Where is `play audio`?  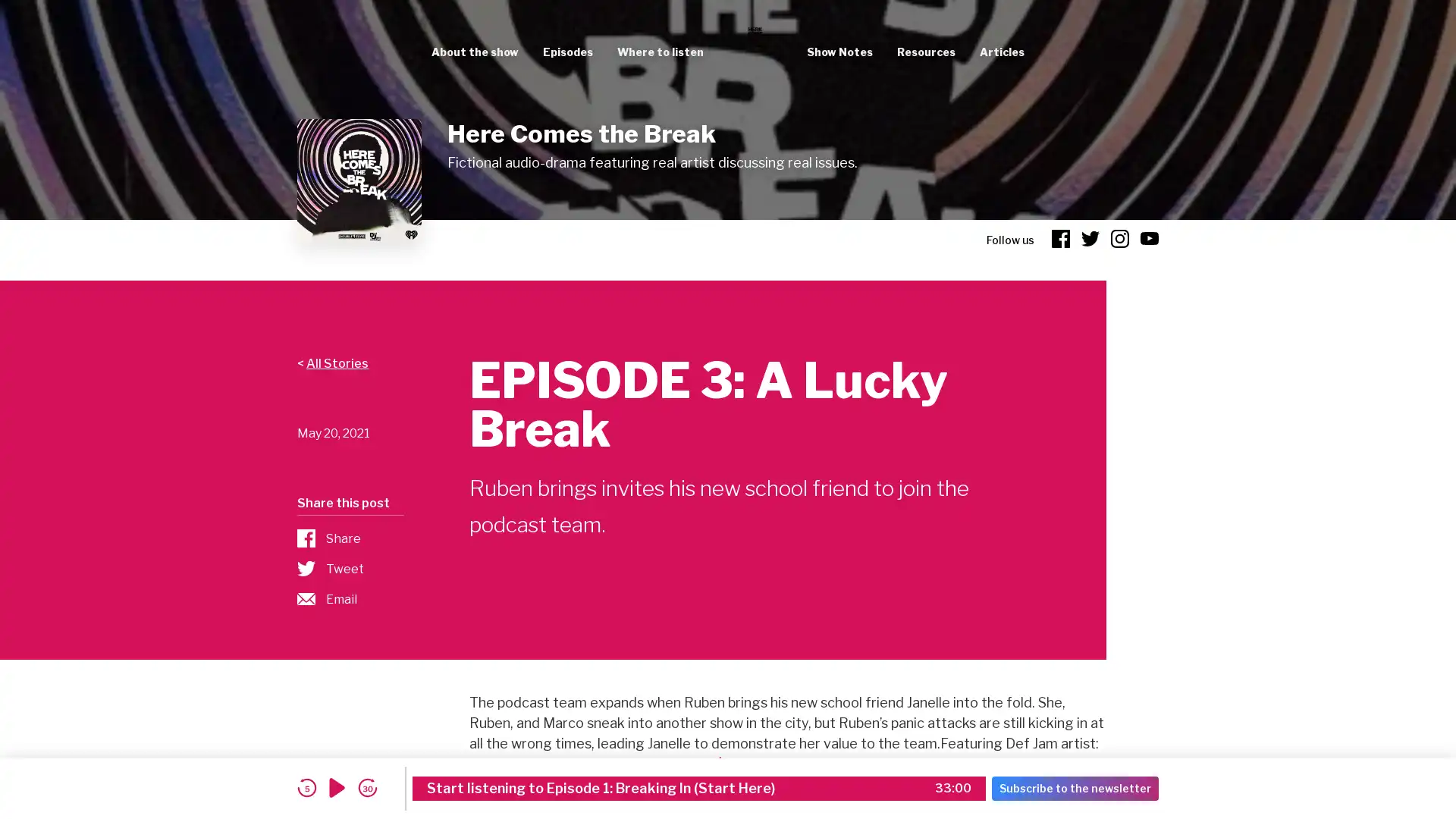 play audio is located at coordinates (337, 787).